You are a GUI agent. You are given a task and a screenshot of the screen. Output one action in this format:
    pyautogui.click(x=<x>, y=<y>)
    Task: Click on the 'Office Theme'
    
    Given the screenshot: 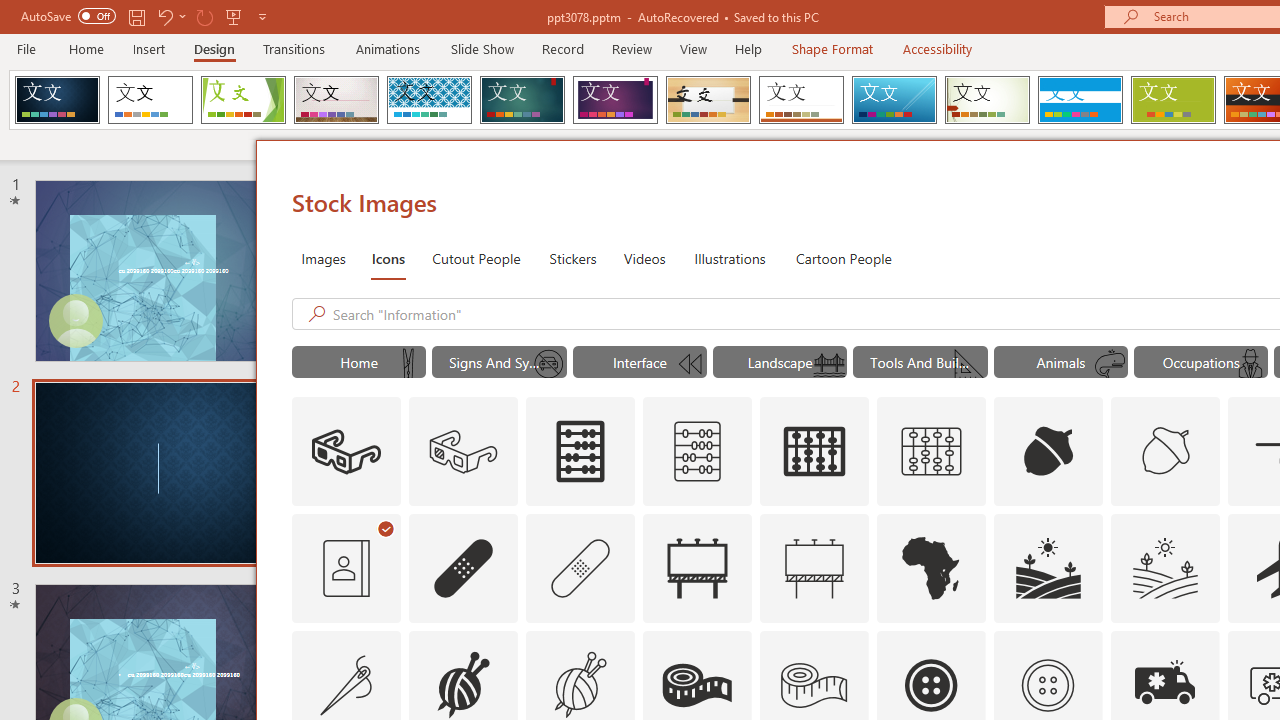 What is the action you would take?
    pyautogui.click(x=149, y=100)
    